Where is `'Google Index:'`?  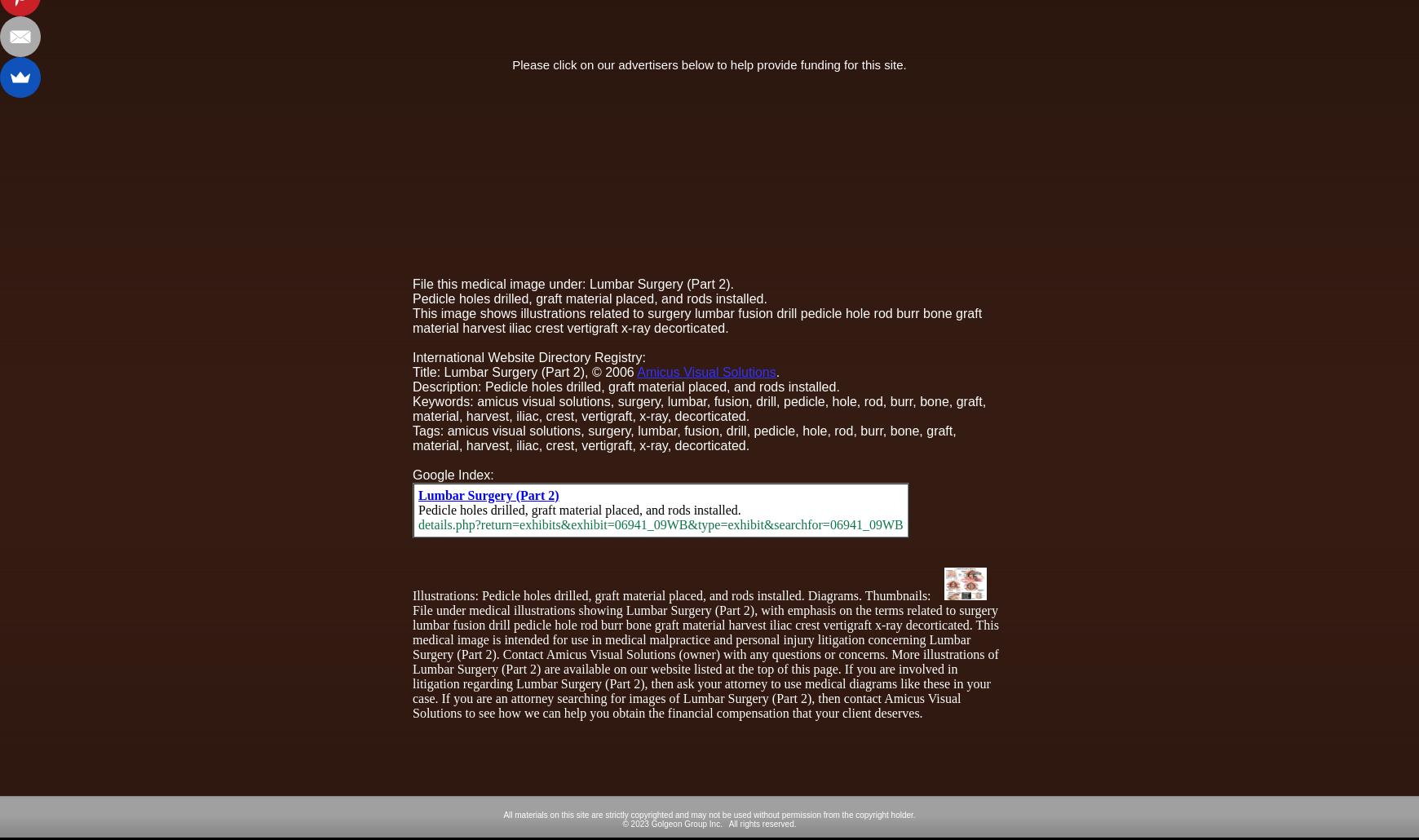
'Google Index:' is located at coordinates (452, 474).